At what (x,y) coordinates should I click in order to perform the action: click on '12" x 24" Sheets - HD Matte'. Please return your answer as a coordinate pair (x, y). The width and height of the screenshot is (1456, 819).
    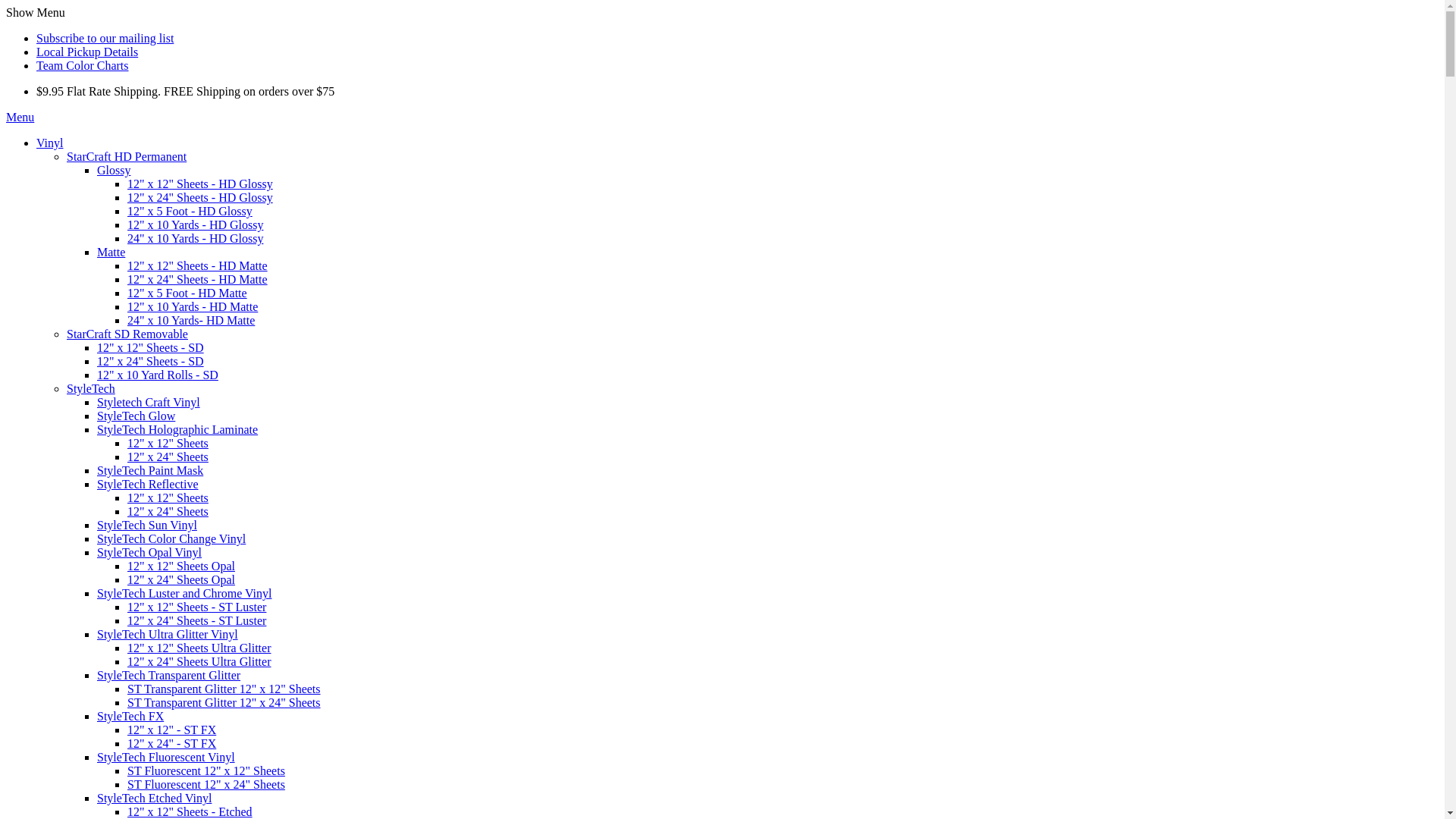
    Looking at the image, I should click on (196, 279).